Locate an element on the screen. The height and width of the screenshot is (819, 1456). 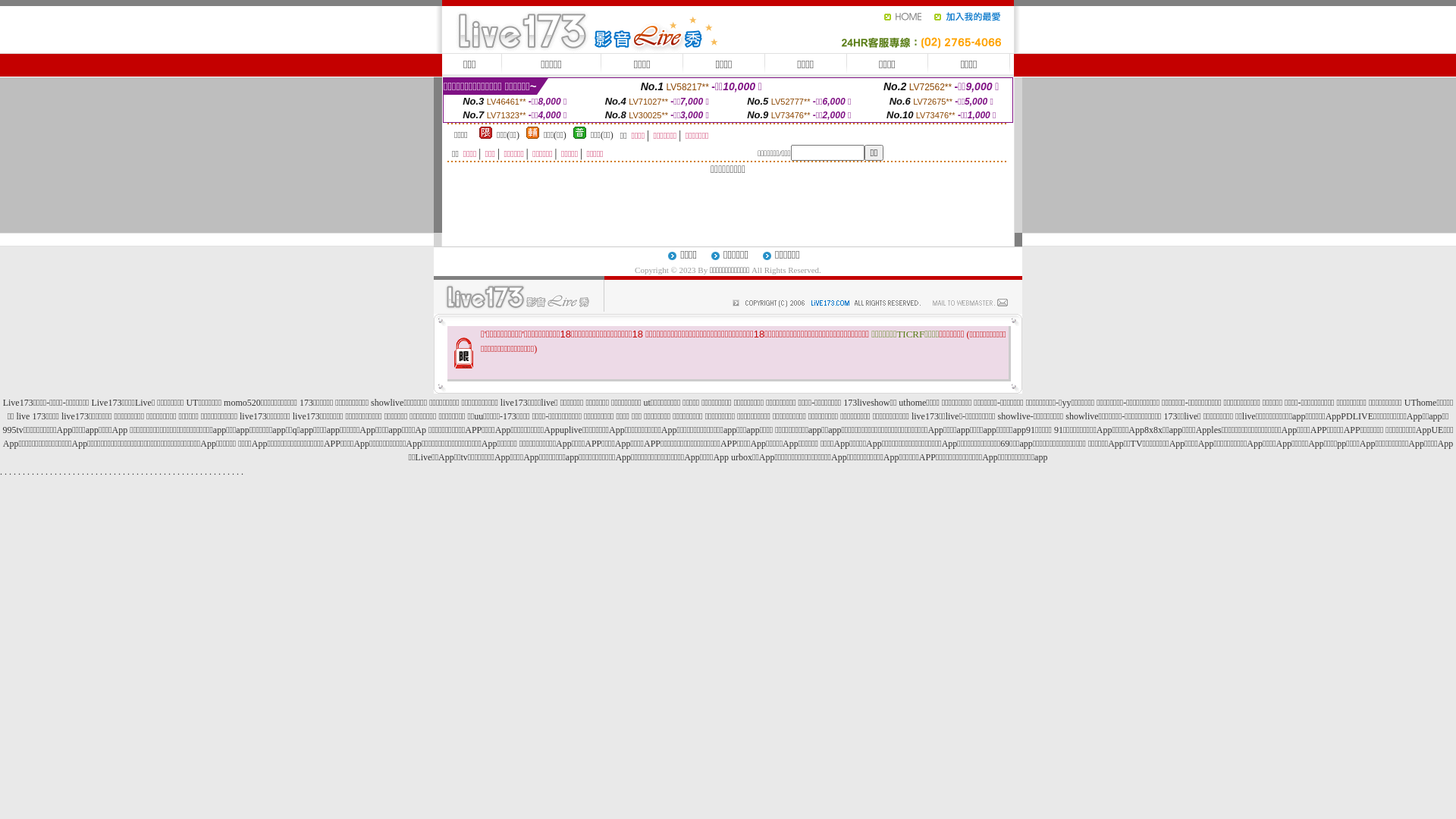
'.' is located at coordinates (5, 470).